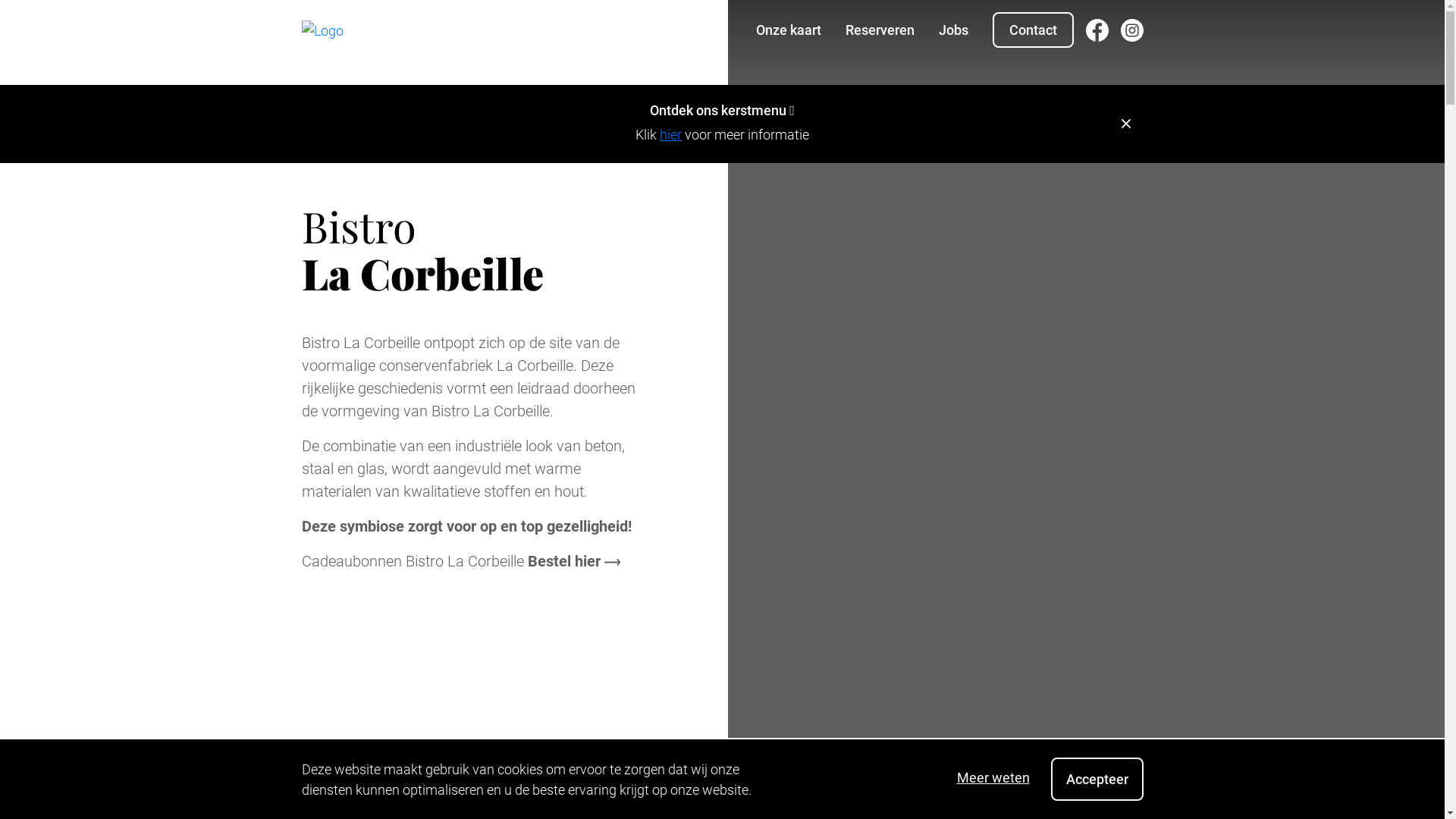 Image resolution: width=1456 pixels, height=819 pixels. Describe the element at coordinates (952, 30) in the screenshot. I see `'Jobs'` at that location.